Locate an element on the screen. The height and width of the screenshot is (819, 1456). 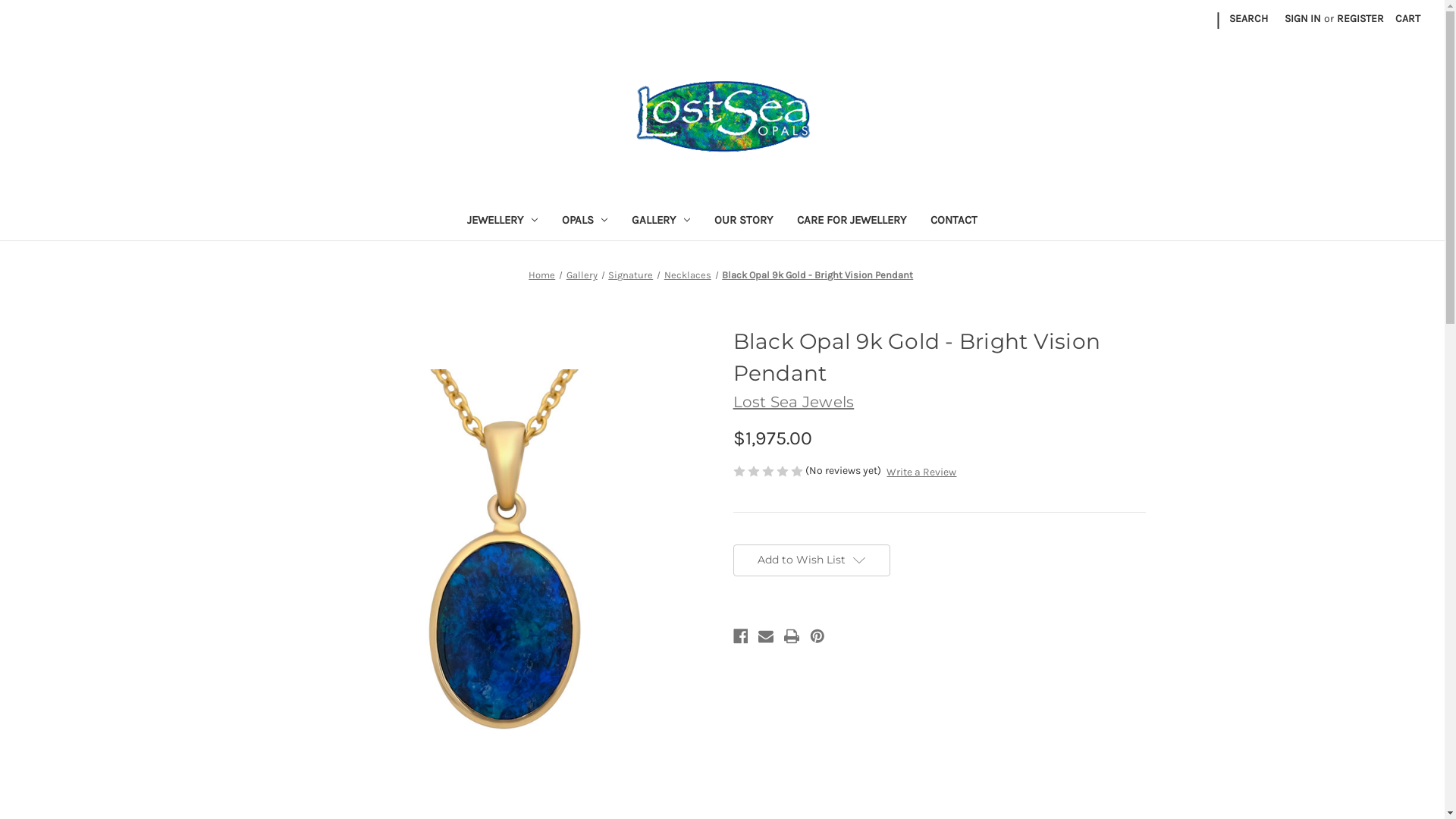
'Write a Review' is located at coordinates (920, 471).